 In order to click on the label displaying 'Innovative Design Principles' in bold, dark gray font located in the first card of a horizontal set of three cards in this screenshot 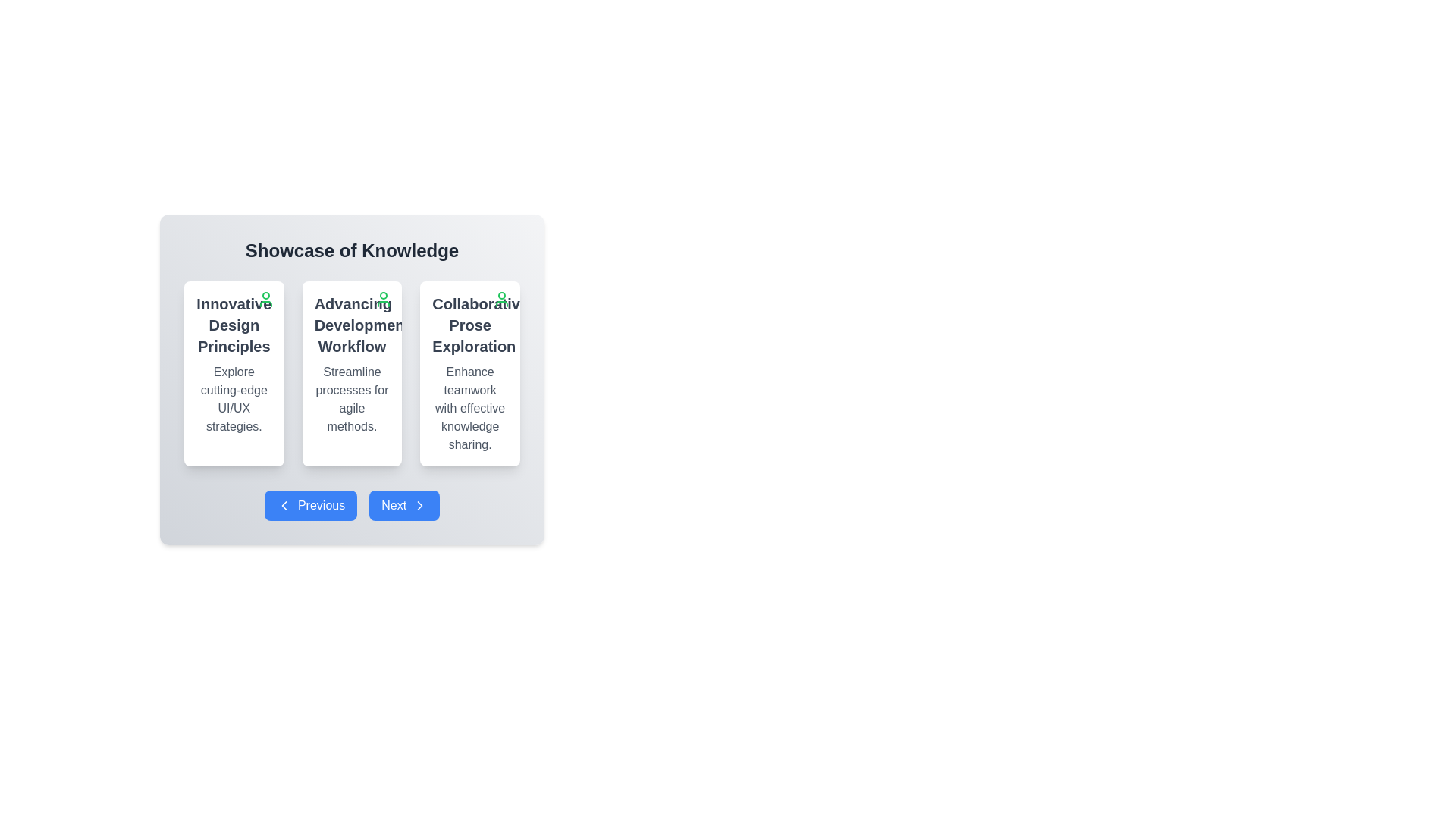, I will do `click(233, 324)`.